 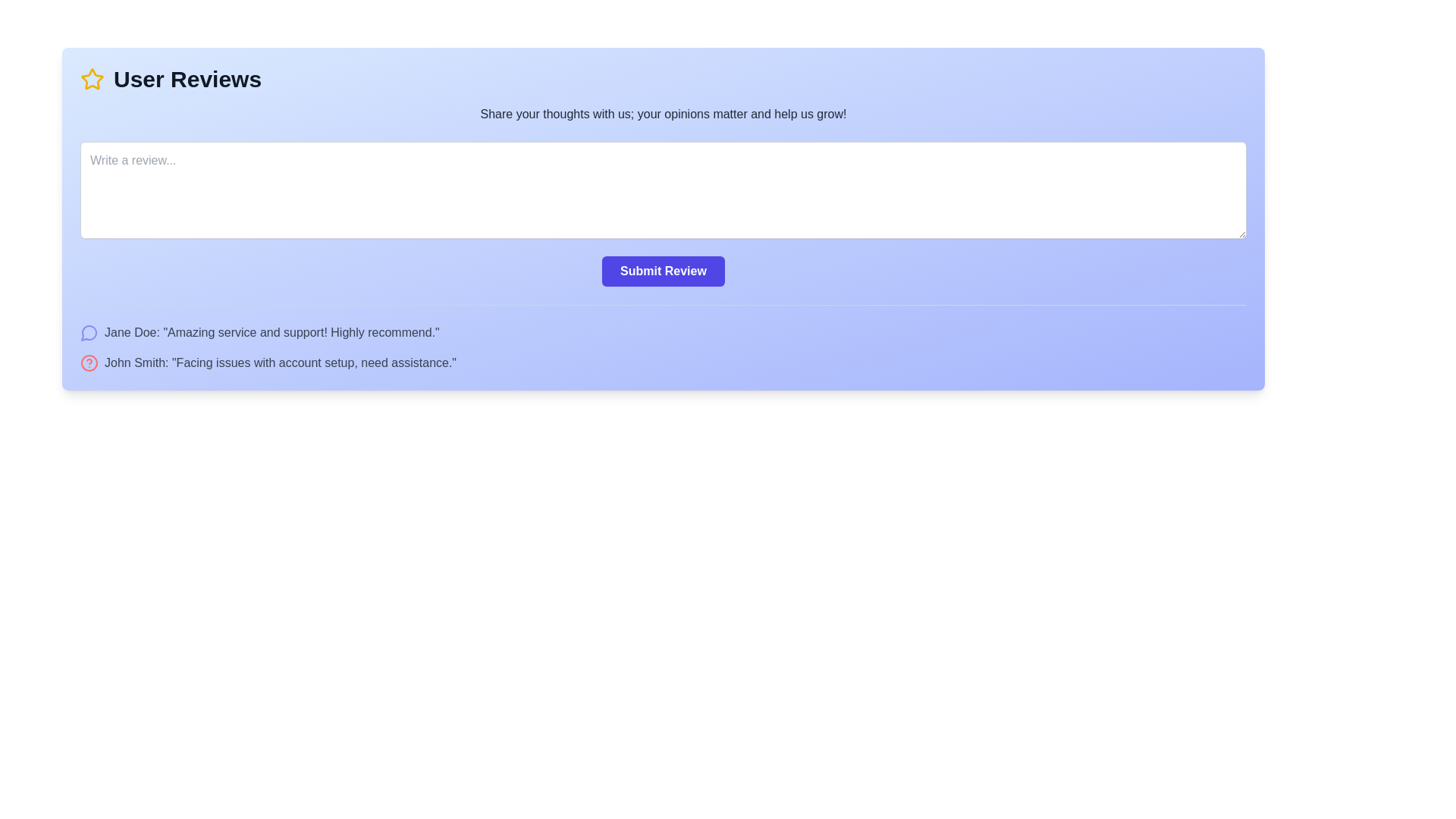 What do you see at coordinates (91, 79) in the screenshot?
I see `the star icon with a hollow shape and yellow outline located next to the title 'User Reviews' in the top-left area of the interface` at bounding box center [91, 79].